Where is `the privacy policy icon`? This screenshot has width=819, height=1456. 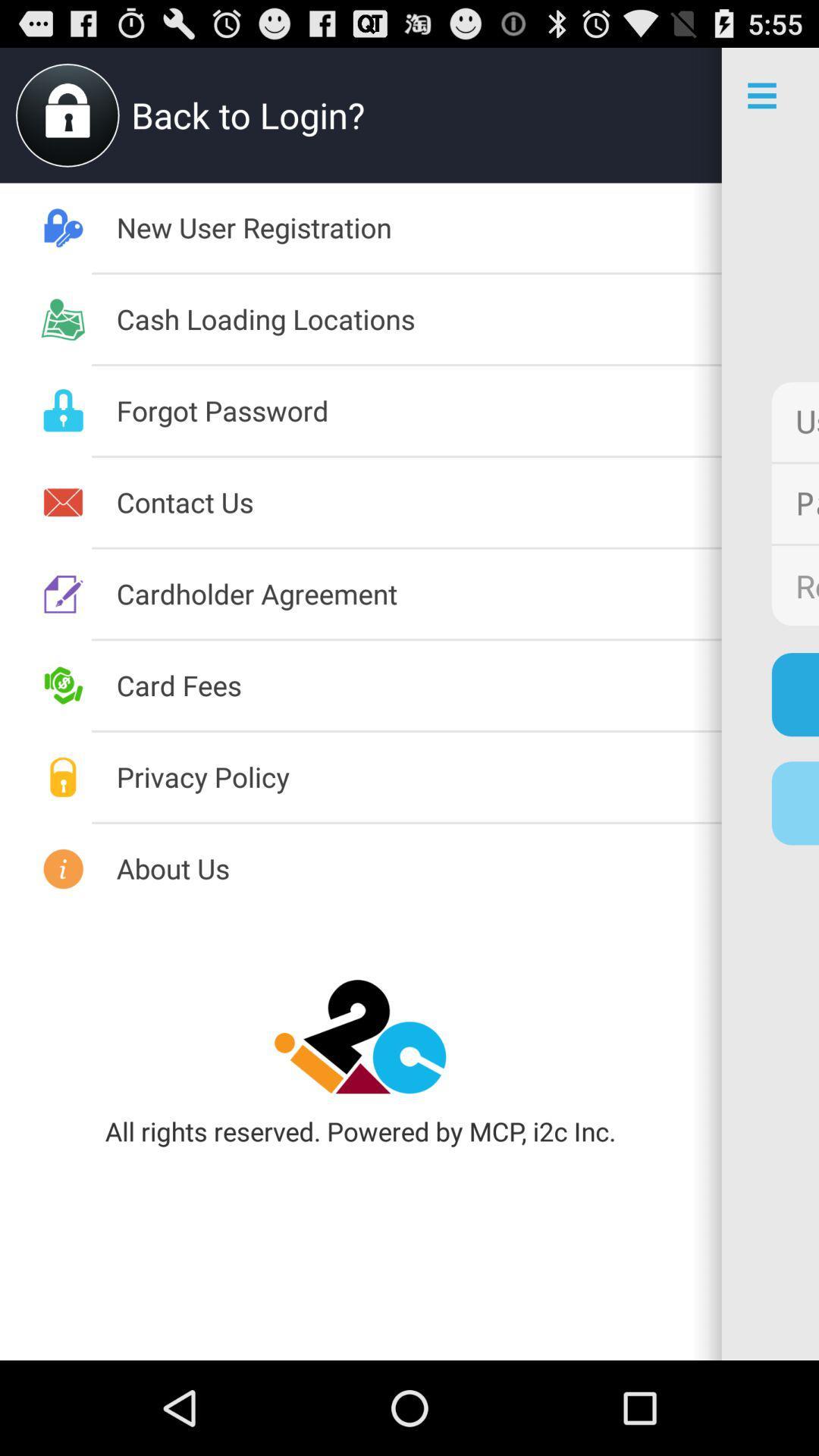
the privacy policy icon is located at coordinates (419, 777).